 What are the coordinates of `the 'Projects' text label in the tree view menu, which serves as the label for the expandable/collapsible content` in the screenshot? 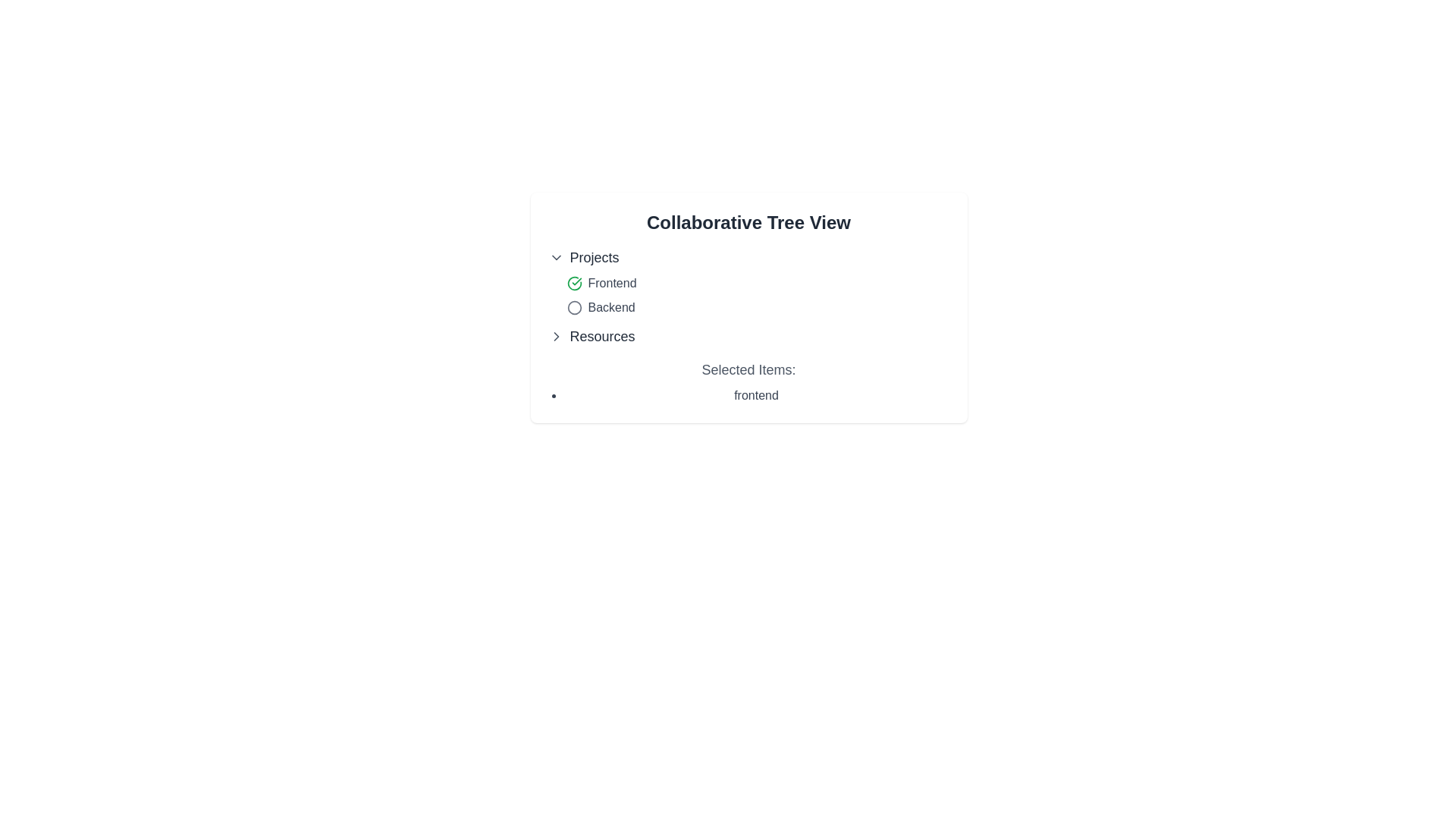 It's located at (593, 256).